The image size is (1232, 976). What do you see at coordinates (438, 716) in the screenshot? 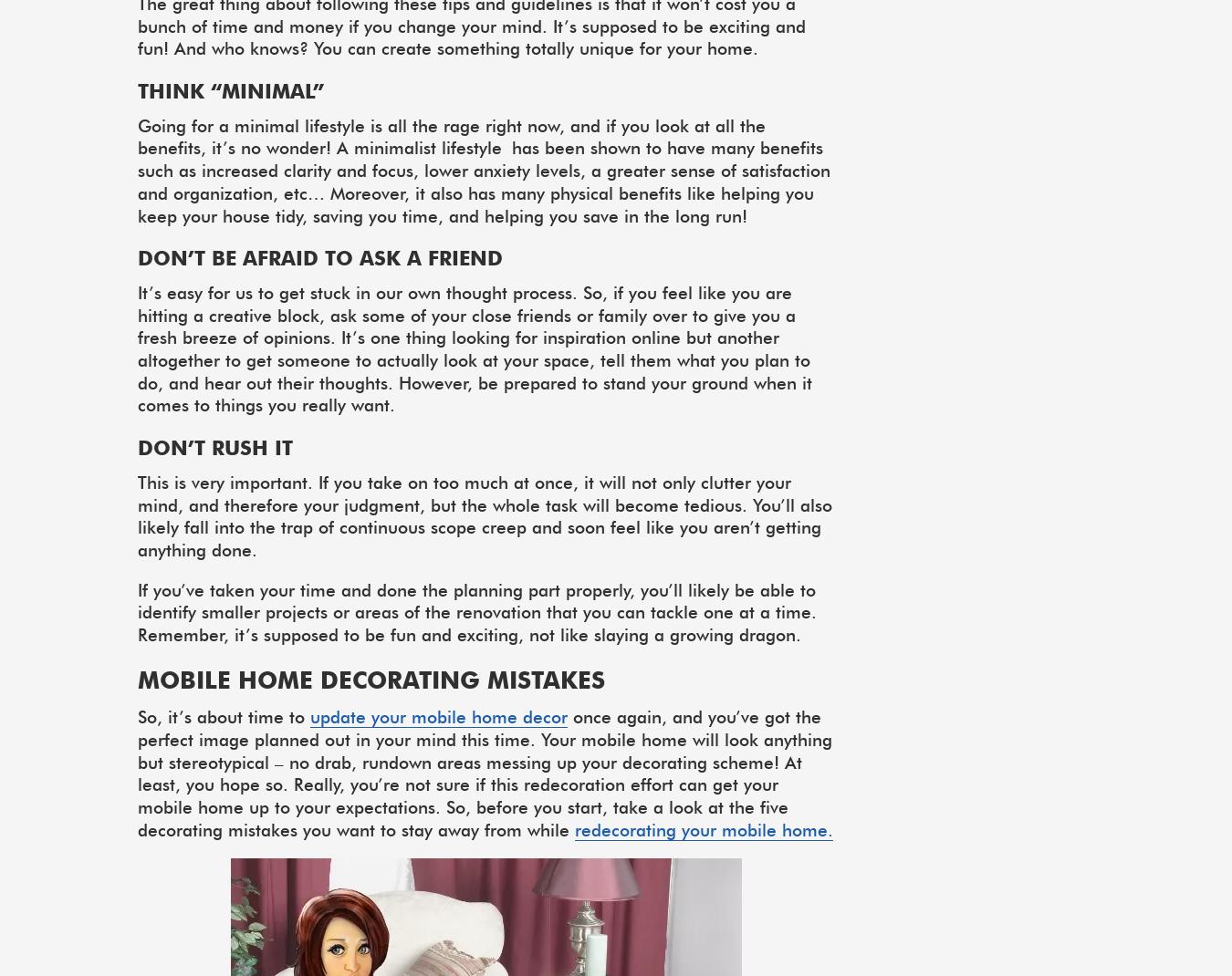
I see `'update your mobile home decor'` at bounding box center [438, 716].